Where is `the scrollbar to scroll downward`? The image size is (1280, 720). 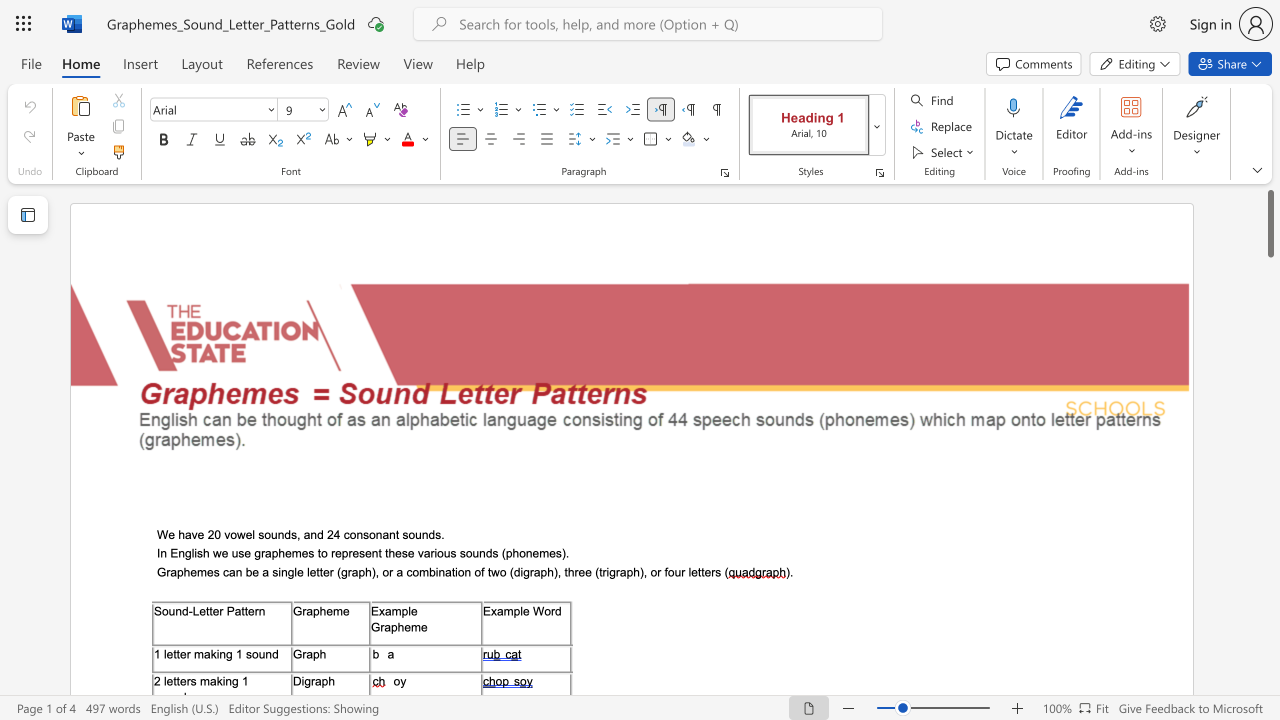
the scrollbar to scroll downward is located at coordinates (1269, 650).